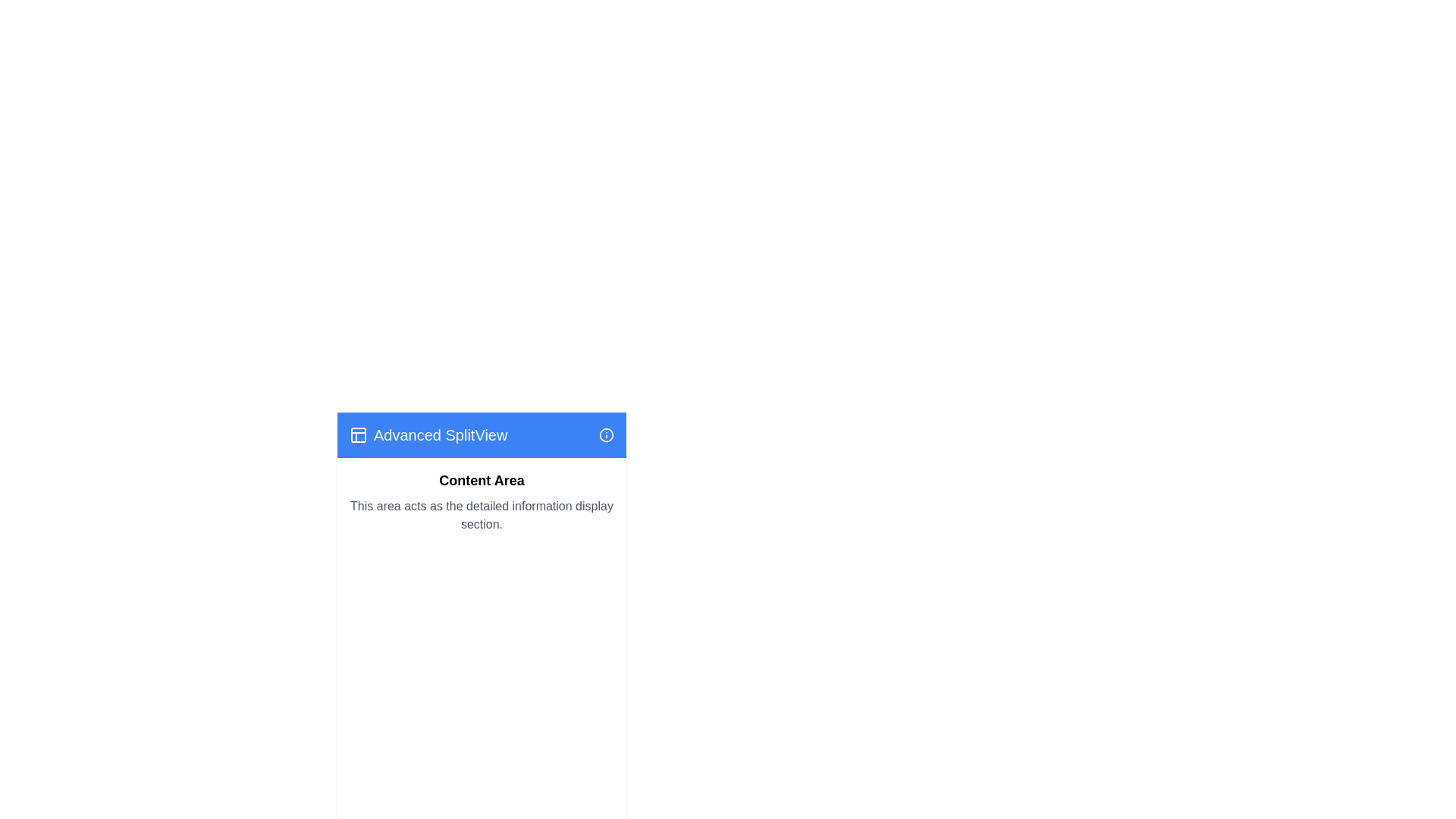 Image resolution: width=1456 pixels, height=819 pixels. What do you see at coordinates (358, 435) in the screenshot?
I see `the decorative graphic component located on the top-left side of an icon` at bounding box center [358, 435].